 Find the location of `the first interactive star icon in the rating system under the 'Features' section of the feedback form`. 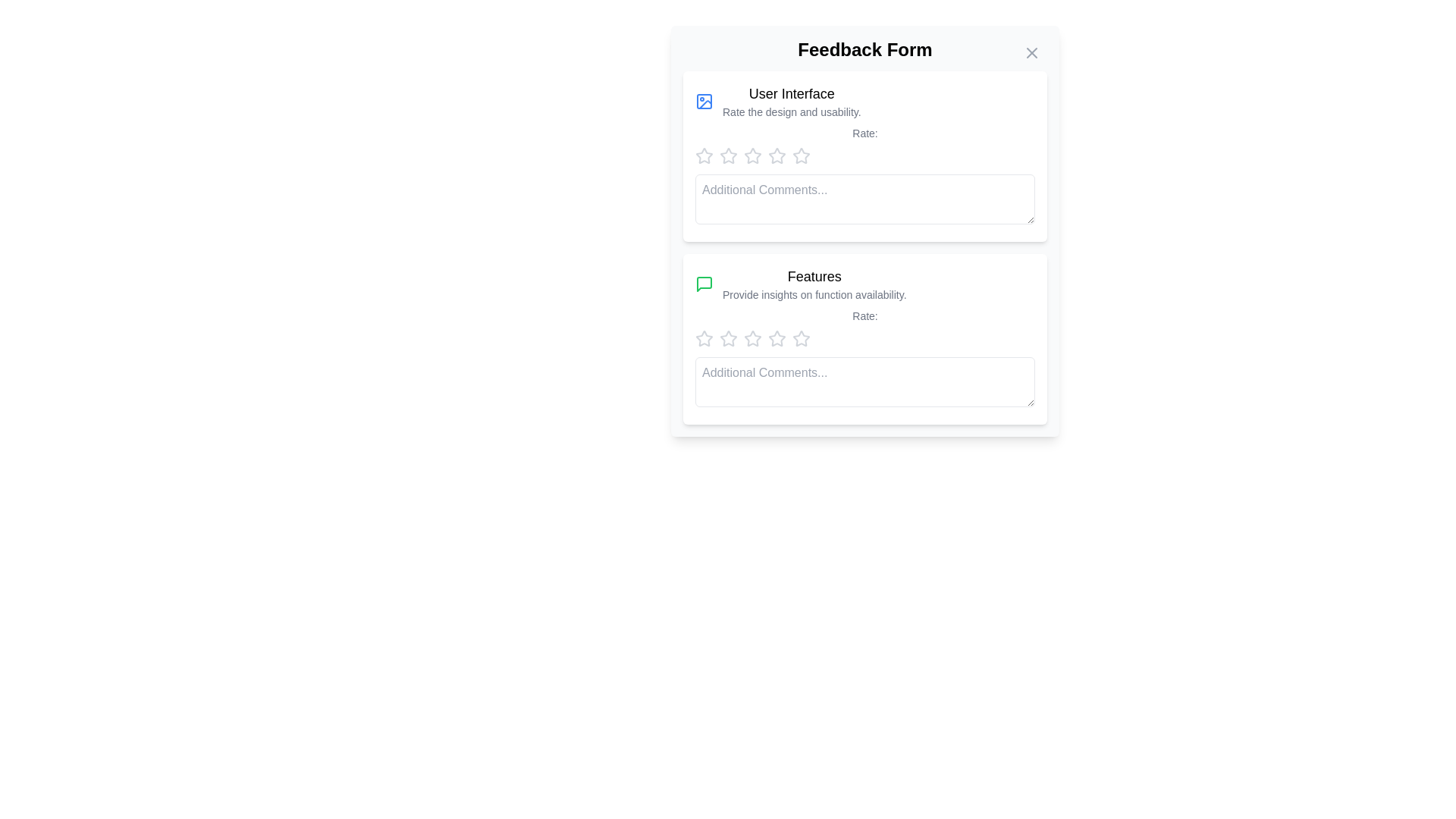

the first interactive star icon in the rating system under the 'Features' section of the feedback form is located at coordinates (704, 338).